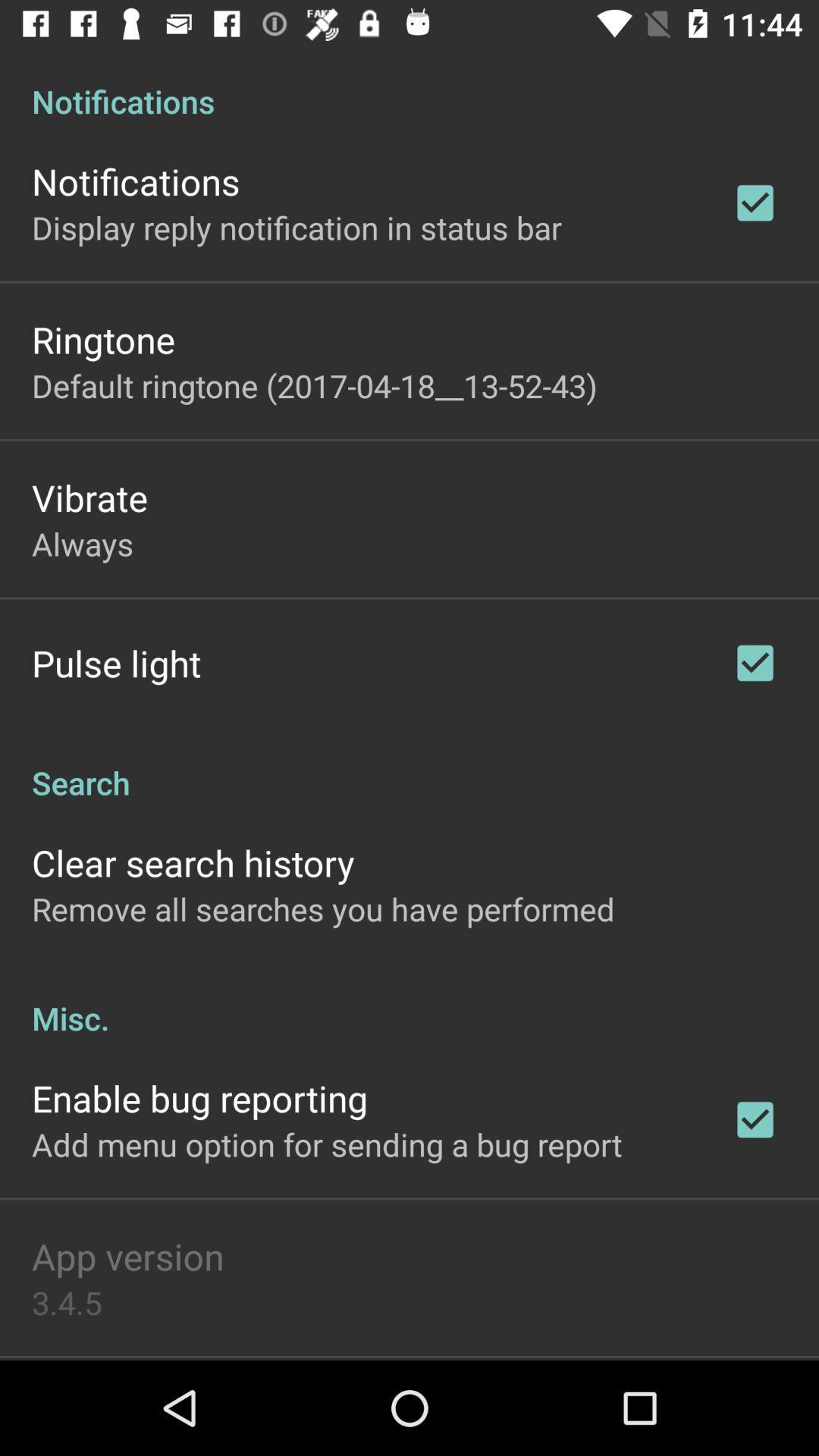 This screenshot has height=1456, width=819. Describe the element at coordinates (322, 908) in the screenshot. I see `app below clear search history icon` at that location.